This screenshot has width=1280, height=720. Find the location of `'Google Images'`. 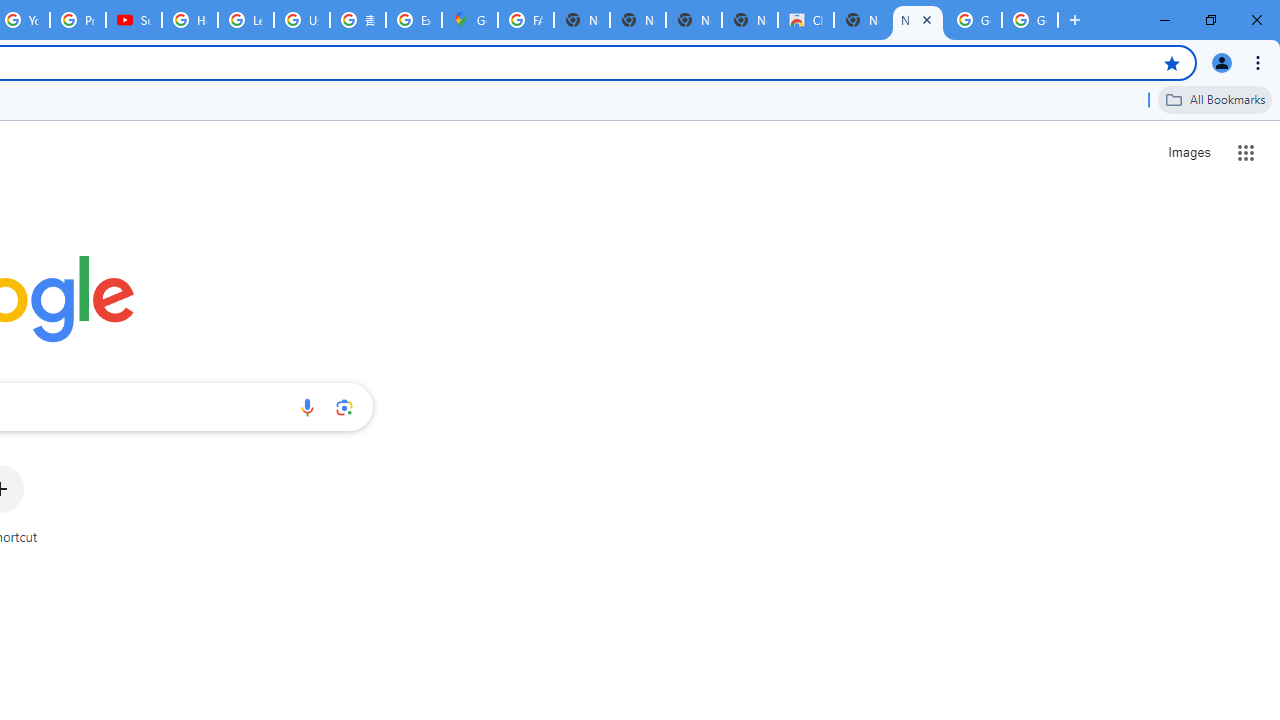

'Google Images' is located at coordinates (1030, 20).